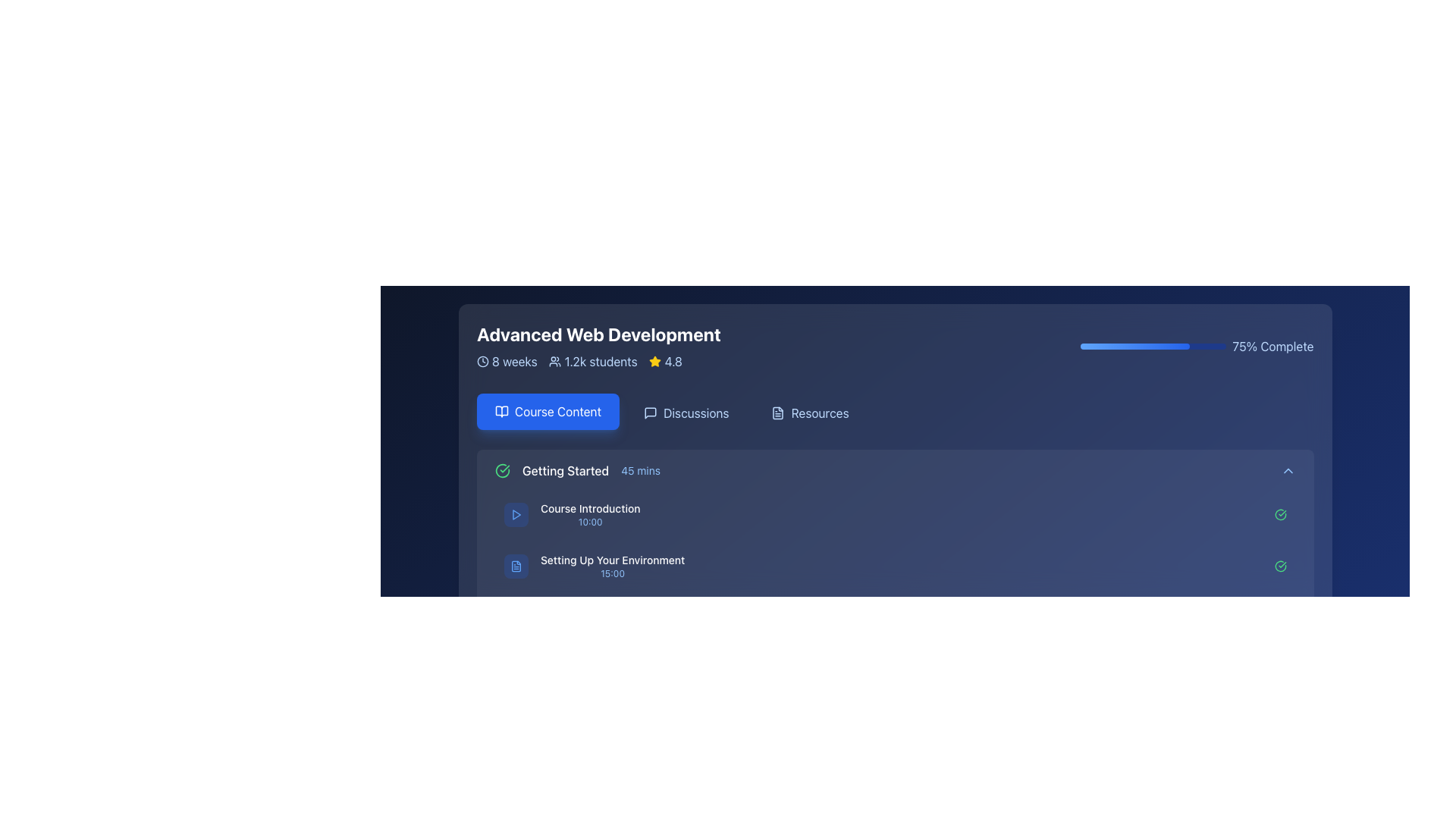  Describe the element at coordinates (665, 362) in the screenshot. I see `text value '4.8' from the Rating Indicator, which consists of a yellow star icon positioned to the left of the text on a dark blue background under the heading 'Advanced Web Development'` at that location.